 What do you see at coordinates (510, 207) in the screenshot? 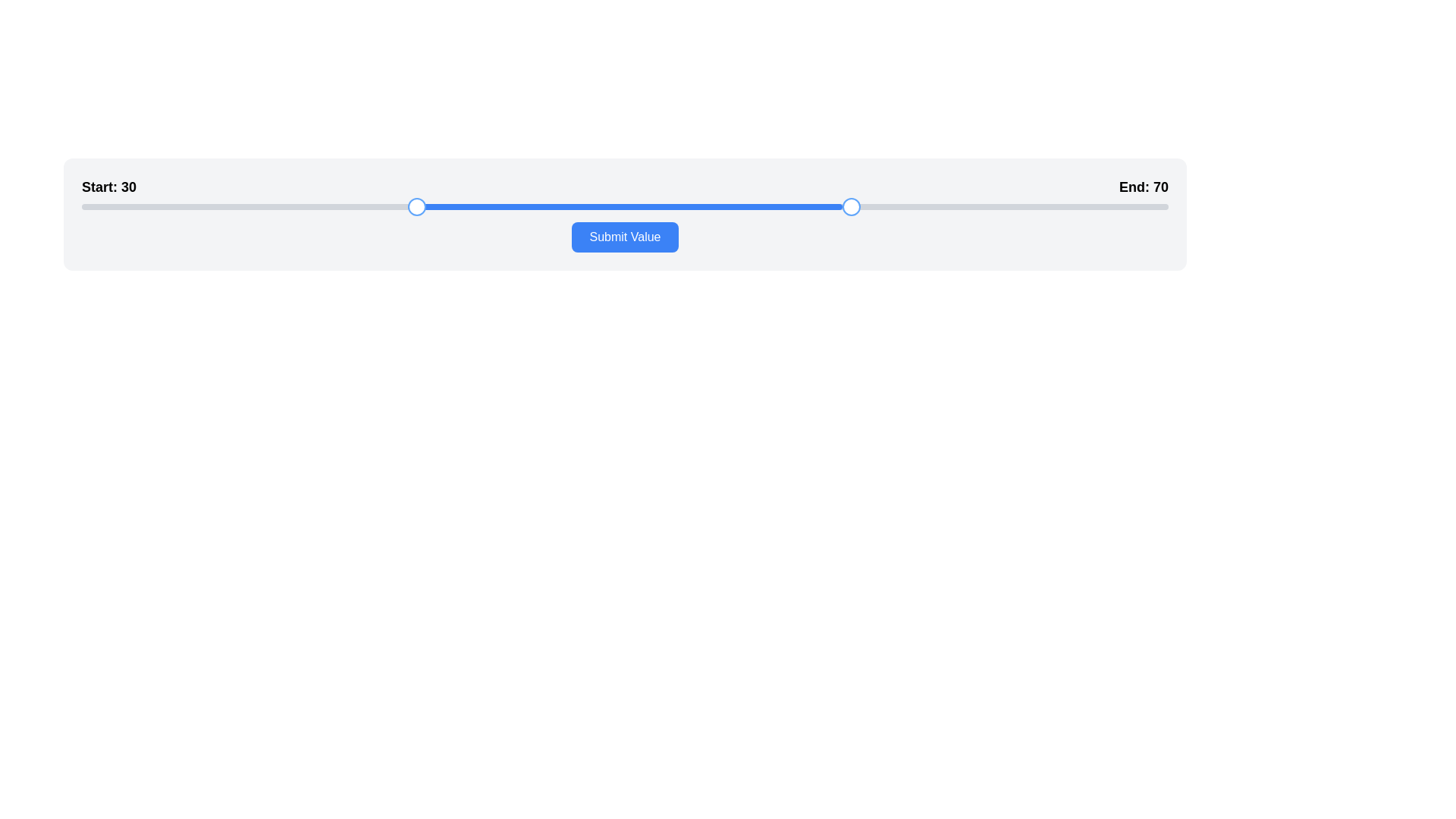
I see `the slider thumb` at bounding box center [510, 207].